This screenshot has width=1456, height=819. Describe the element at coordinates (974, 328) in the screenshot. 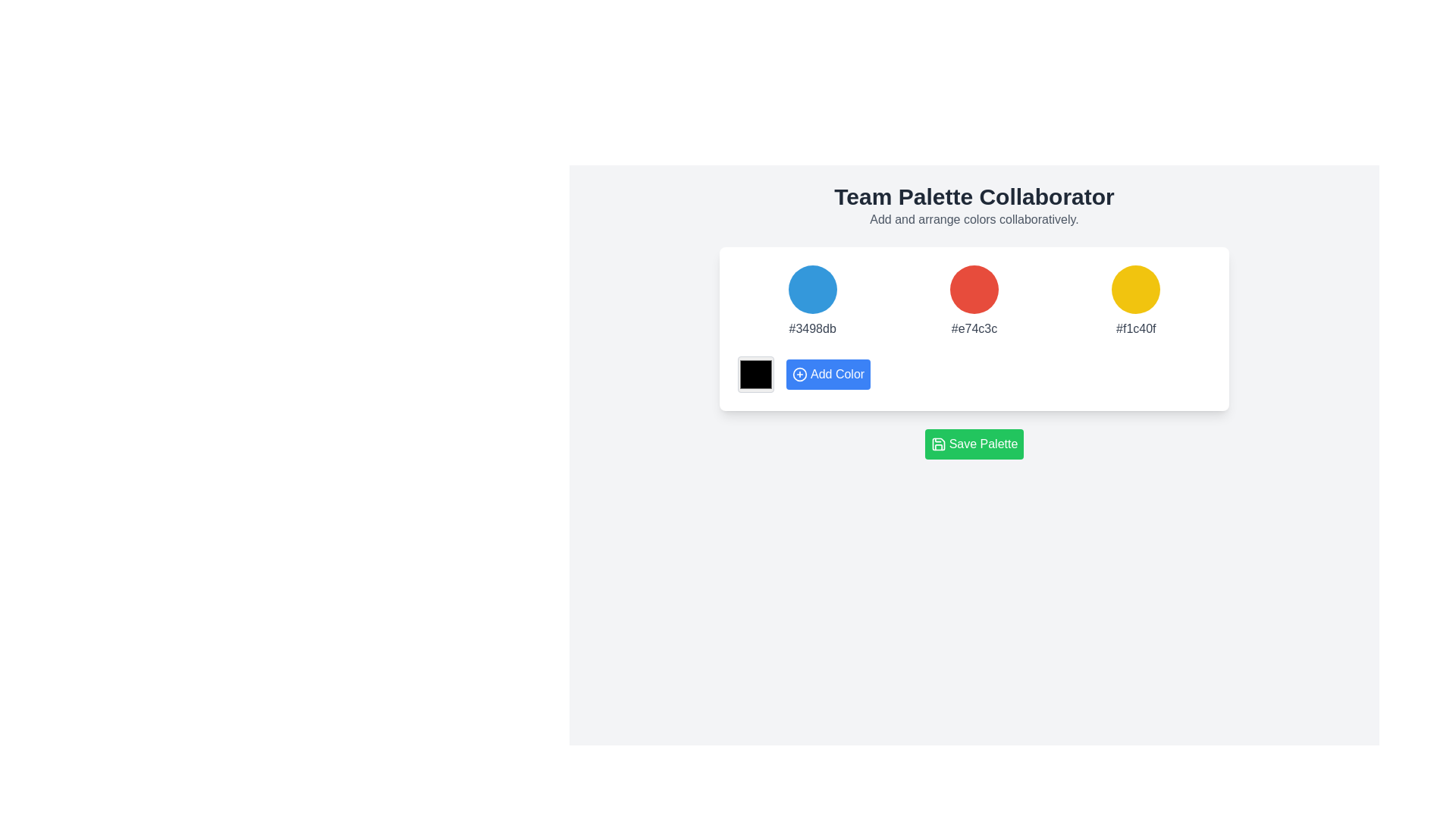

I see `the label displaying the hexadecimal color code '#e74c3c', which is styled in gray (#666666) and positioned beneath a red circular swatch` at that location.